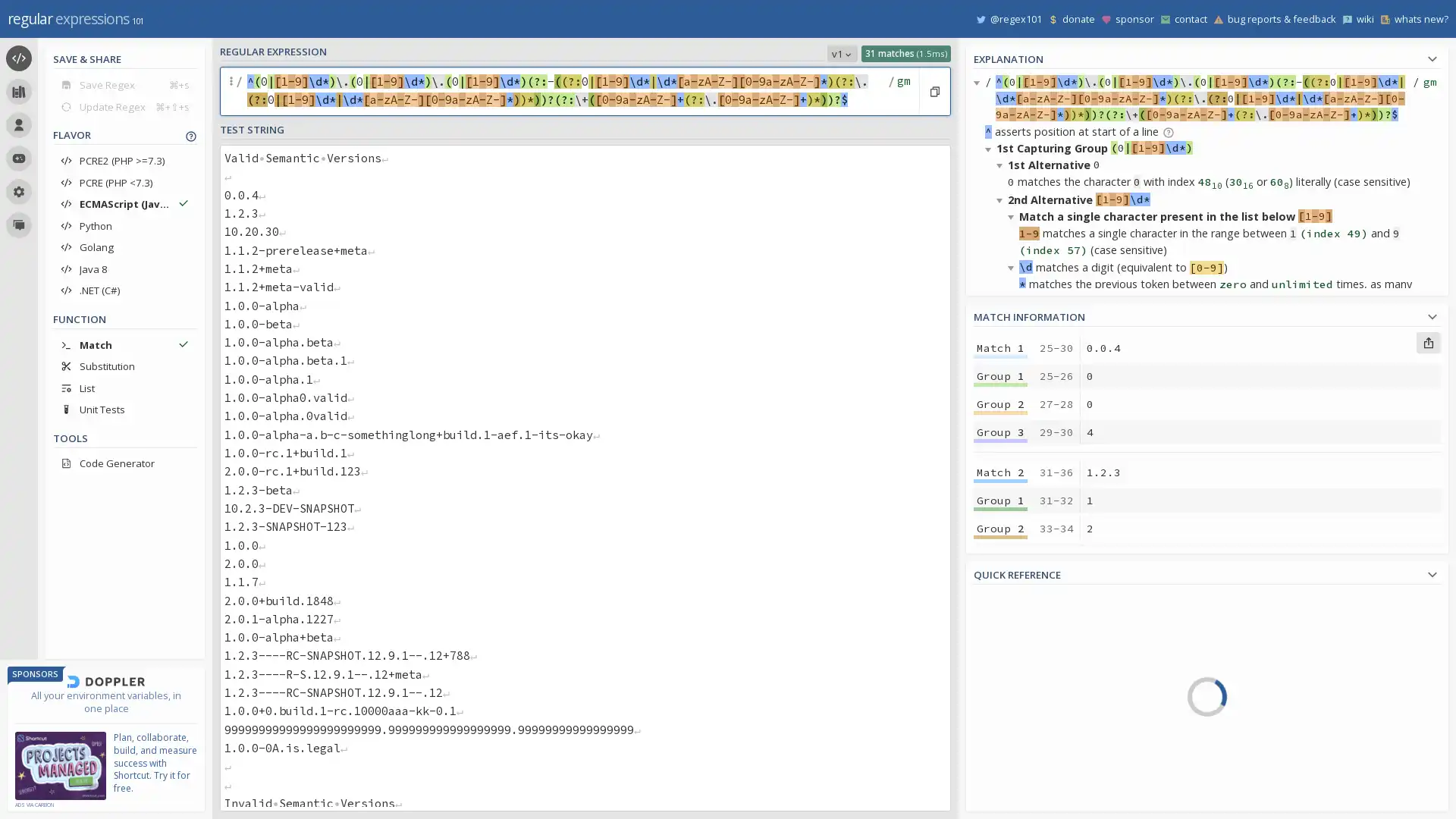 This screenshot has width=1456, height=819. What do you see at coordinates (124, 161) in the screenshot?
I see `PCRE2 (PHP >=7.3)` at bounding box center [124, 161].